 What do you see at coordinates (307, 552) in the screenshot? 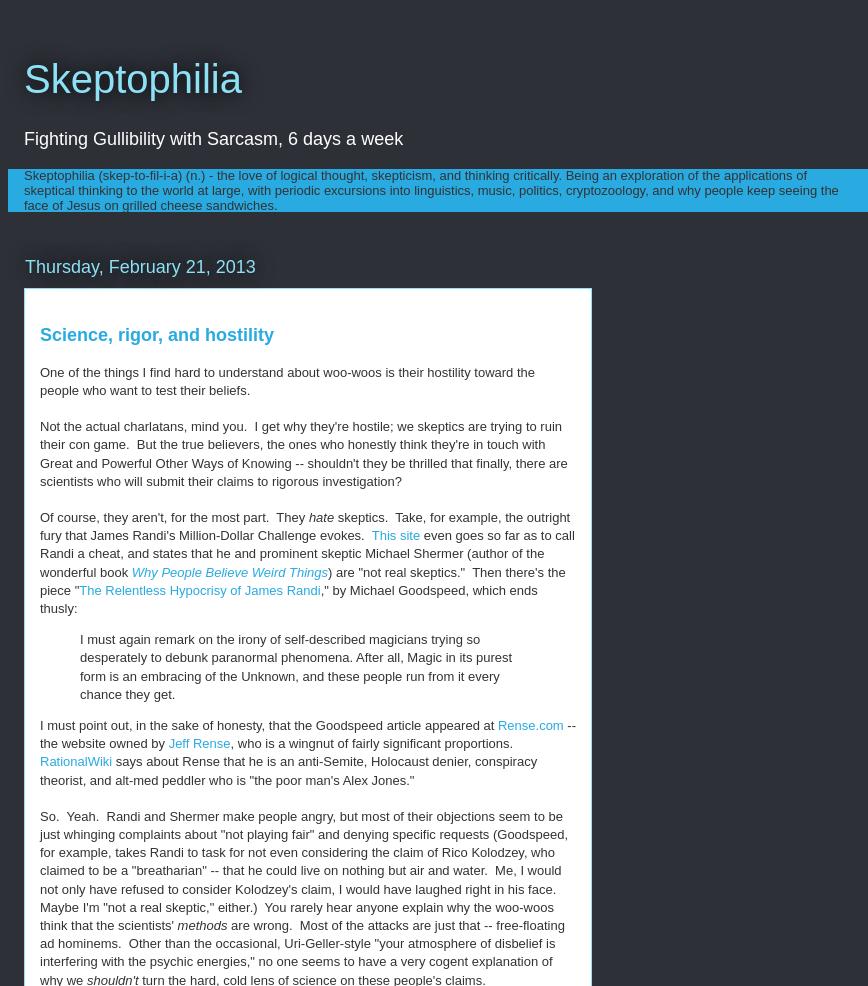
I see `'even goes so far as to call Randi a cheat, and states that he and prominent skeptic Michael Shermer (author of the wonderful book'` at bounding box center [307, 552].